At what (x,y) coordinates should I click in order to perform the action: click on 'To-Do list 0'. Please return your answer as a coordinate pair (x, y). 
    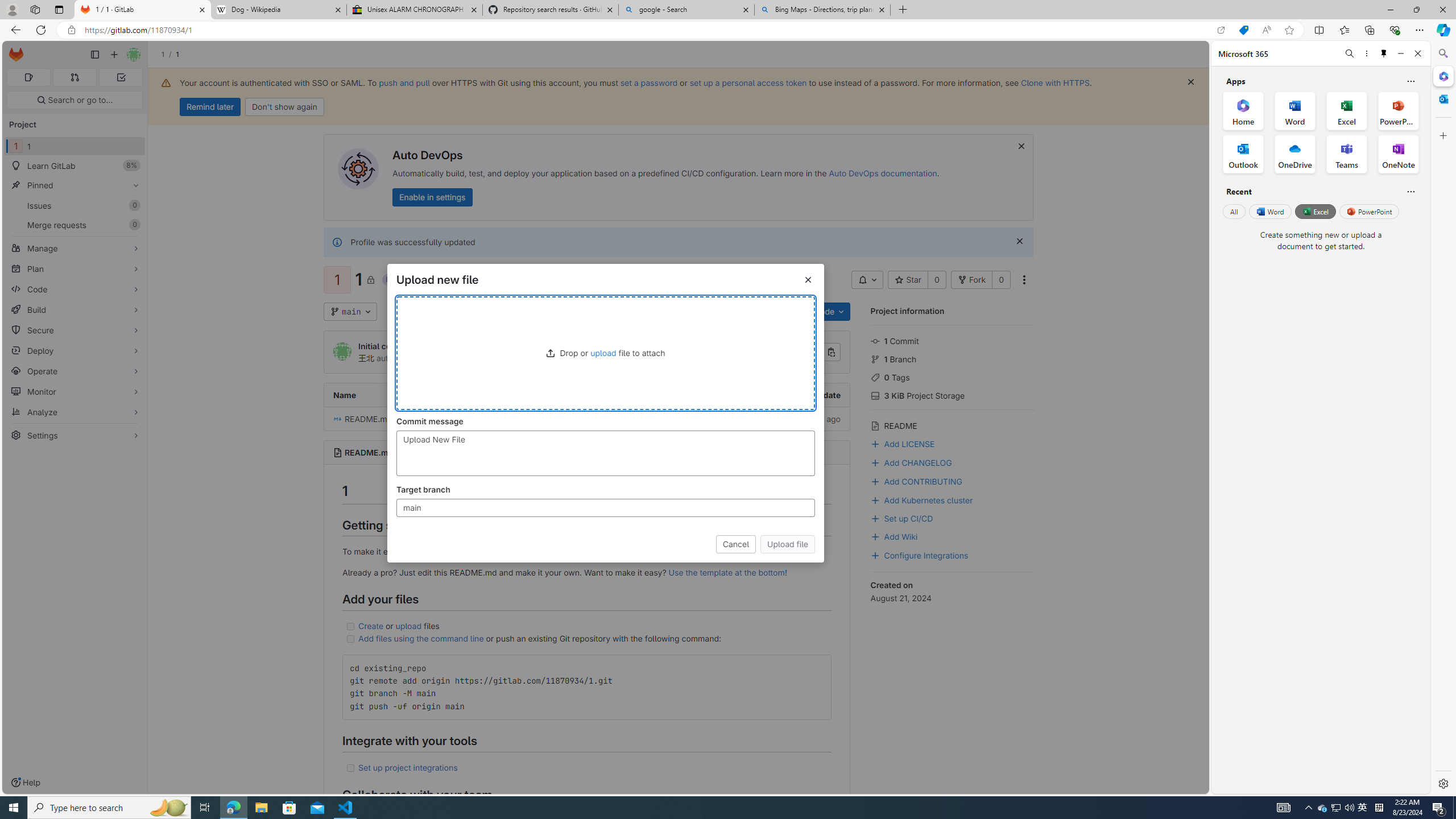
    Looking at the image, I should click on (120, 77).